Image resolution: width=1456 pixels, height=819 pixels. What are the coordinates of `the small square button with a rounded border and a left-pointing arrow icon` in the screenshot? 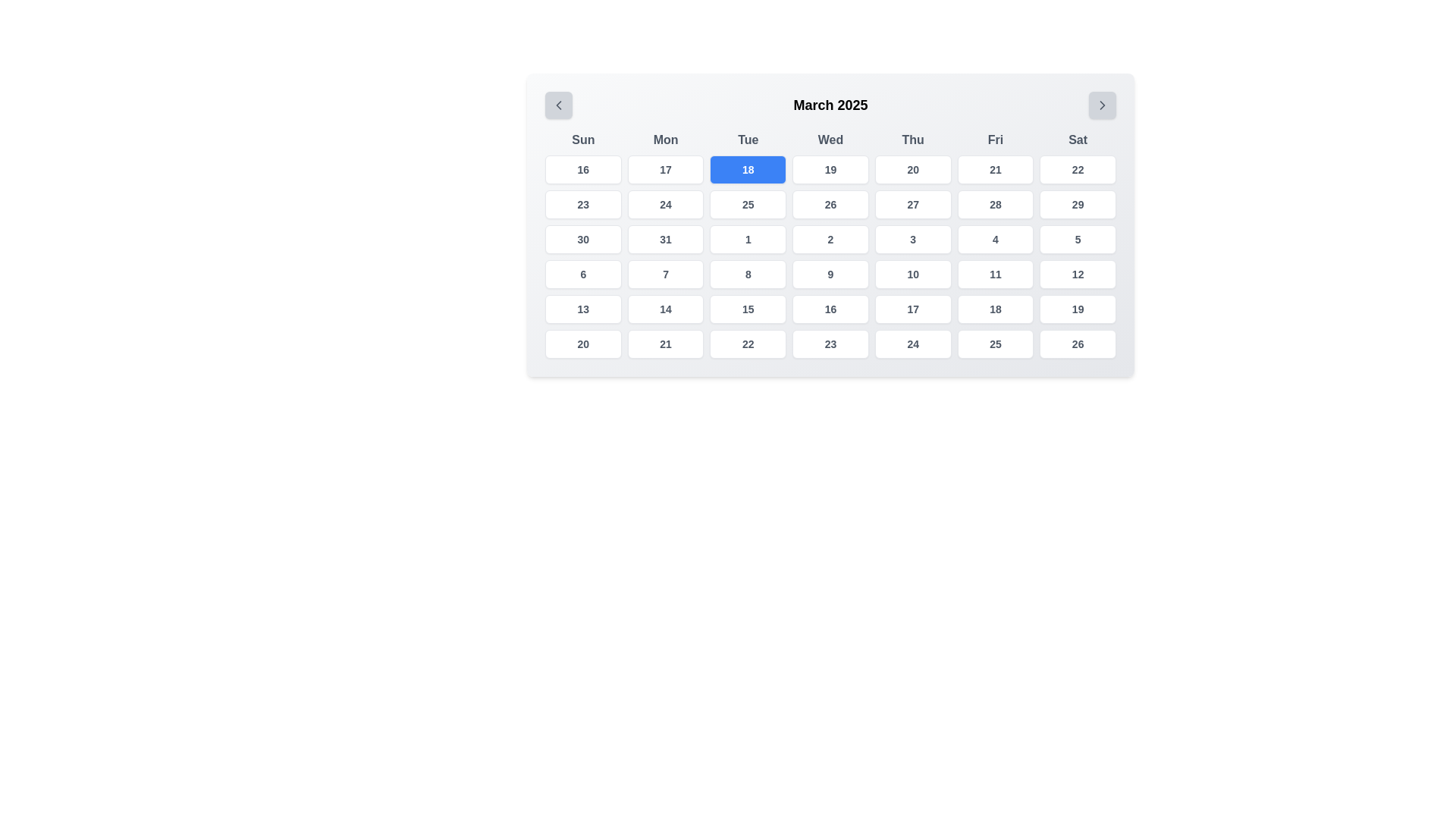 It's located at (558, 104).